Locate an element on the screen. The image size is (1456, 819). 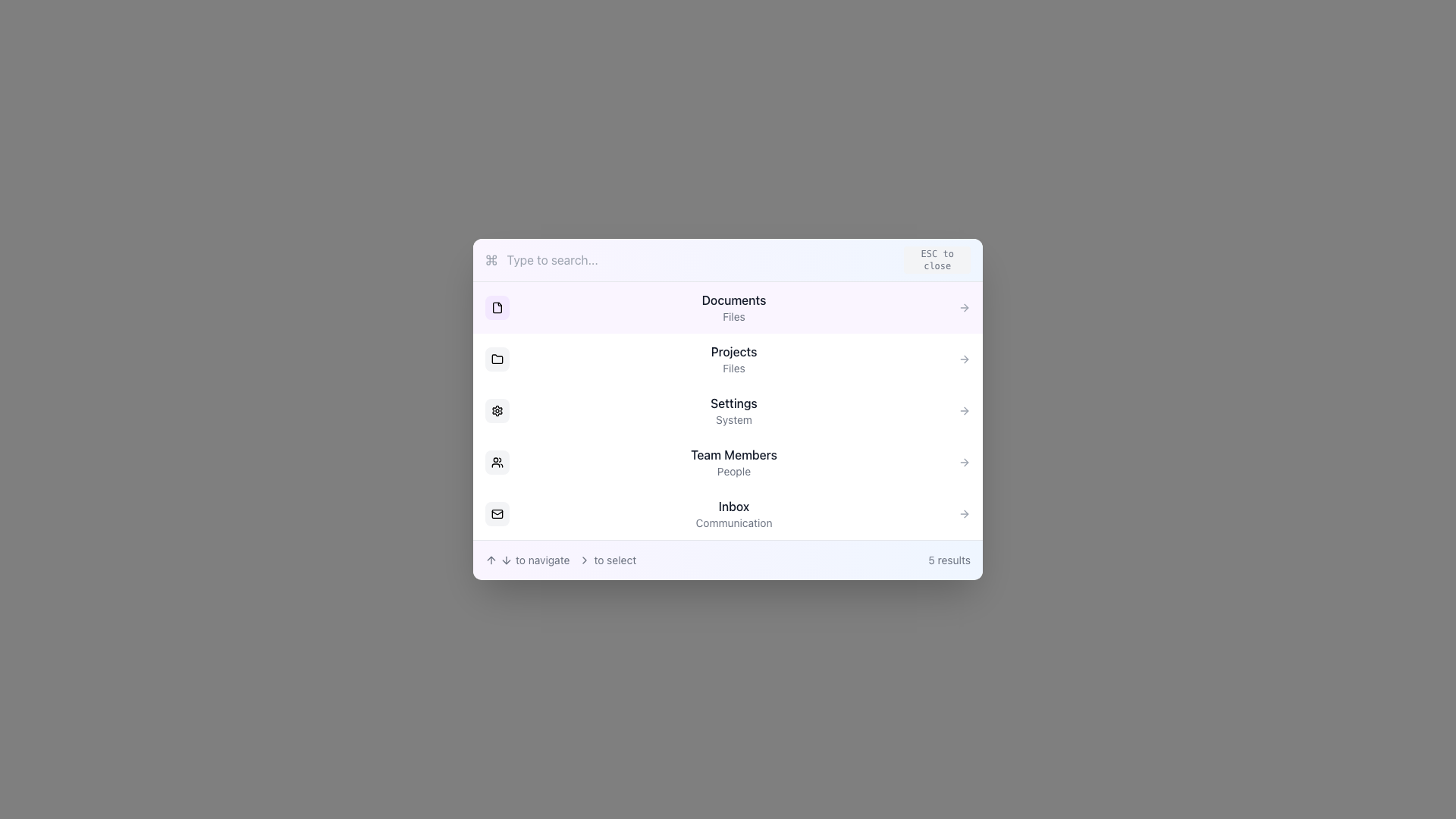
the text label displaying 'People', which is styled in gray and located beneath the title 'Team Members' is located at coordinates (734, 470).